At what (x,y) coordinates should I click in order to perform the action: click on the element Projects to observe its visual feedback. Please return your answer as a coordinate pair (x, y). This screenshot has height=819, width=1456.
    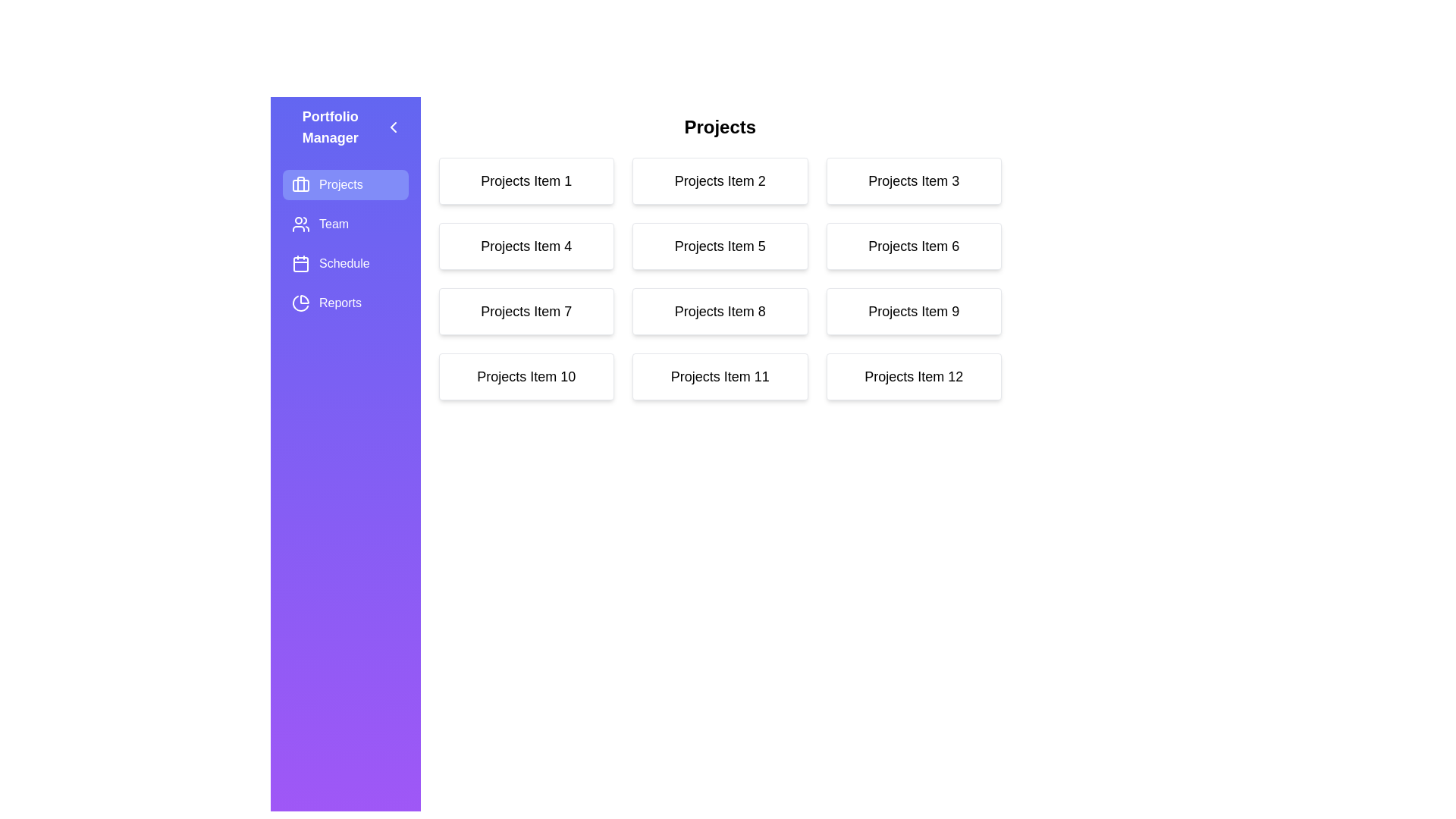
    Looking at the image, I should click on (344, 184).